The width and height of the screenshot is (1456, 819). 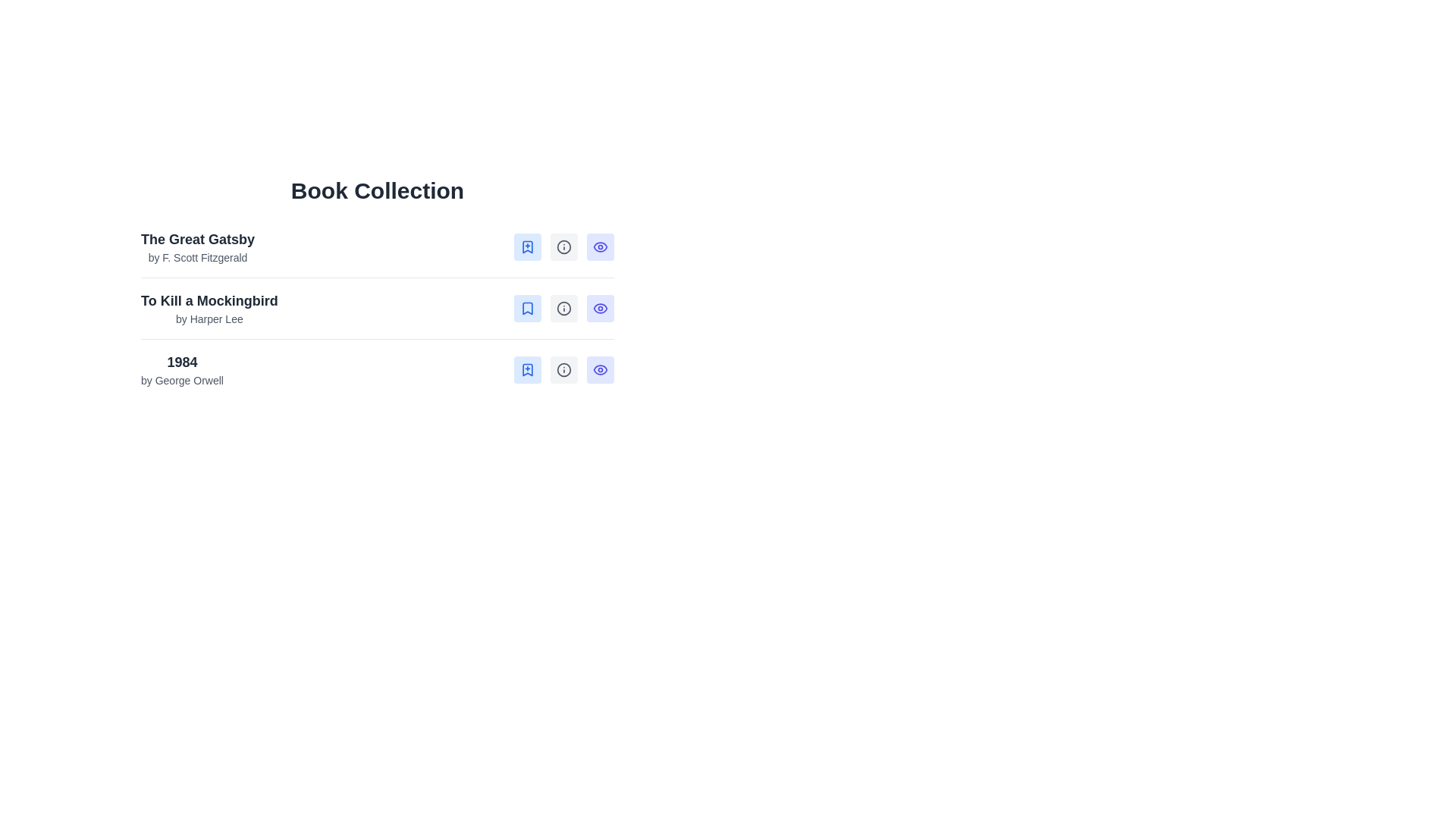 I want to click on the eye-shaped icon representing visibility or preview functionality for the book 'To Kill a Mockingbird', so click(x=600, y=308).